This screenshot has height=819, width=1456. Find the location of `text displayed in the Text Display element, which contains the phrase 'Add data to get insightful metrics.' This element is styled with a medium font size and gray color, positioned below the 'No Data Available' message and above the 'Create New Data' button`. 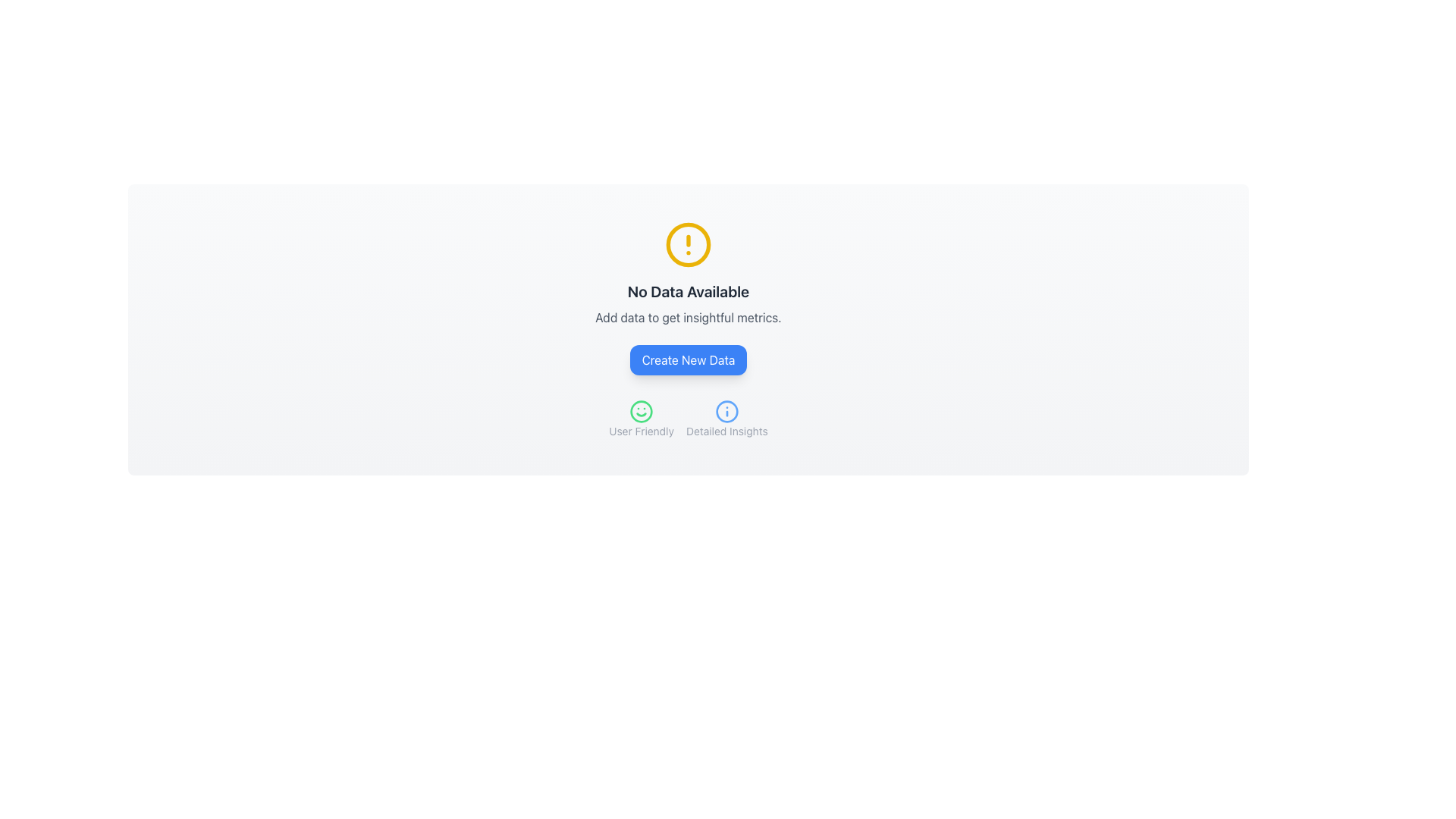

text displayed in the Text Display element, which contains the phrase 'Add data to get insightful metrics.' This element is styled with a medium font size and gray color, positioned below the 'No Data Available' message and above the 'Create New Data' button is located at coordinates (687, 317).